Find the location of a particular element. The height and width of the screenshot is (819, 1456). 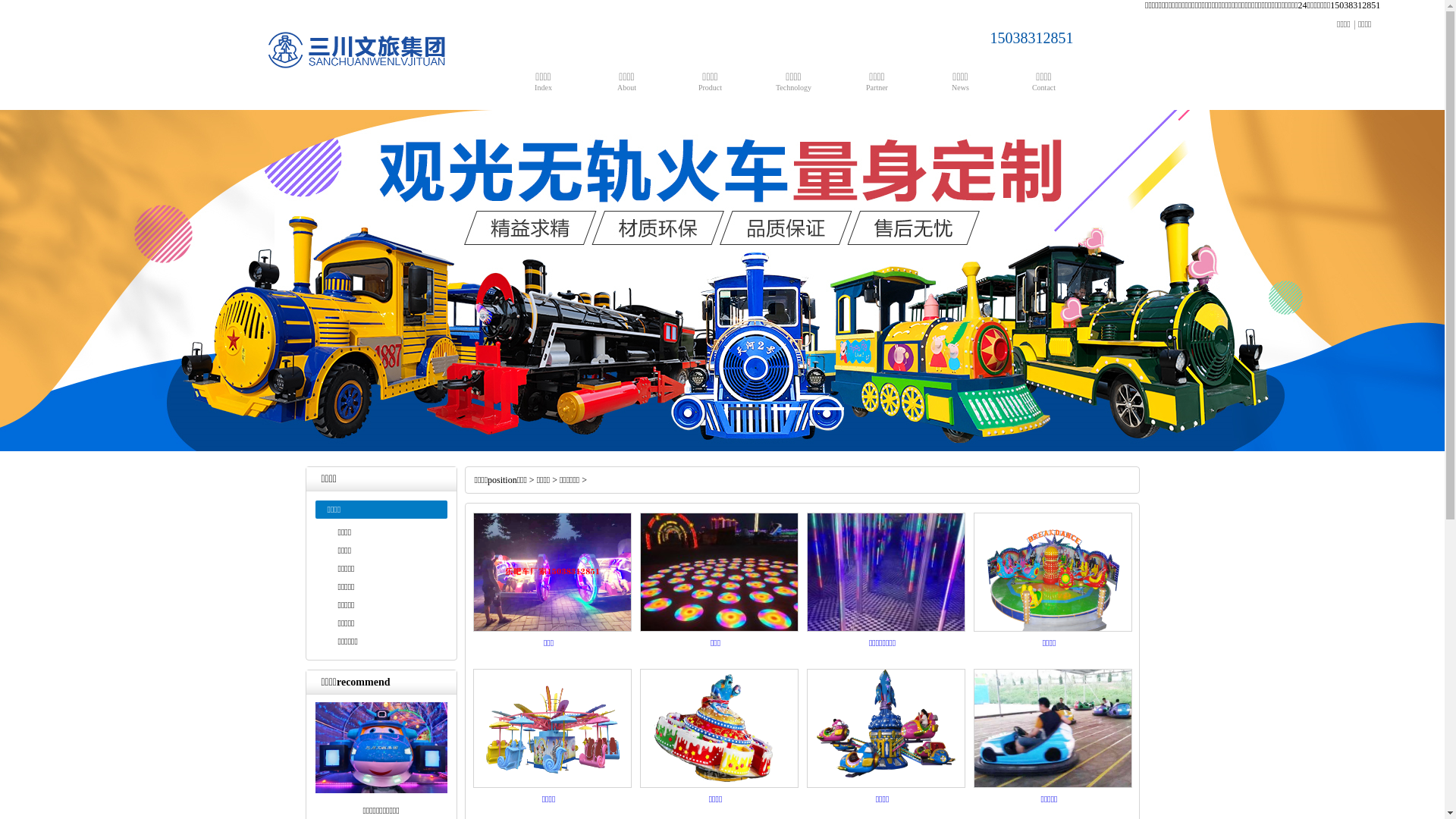

'15038312851' is located at coordinates (952, 37).